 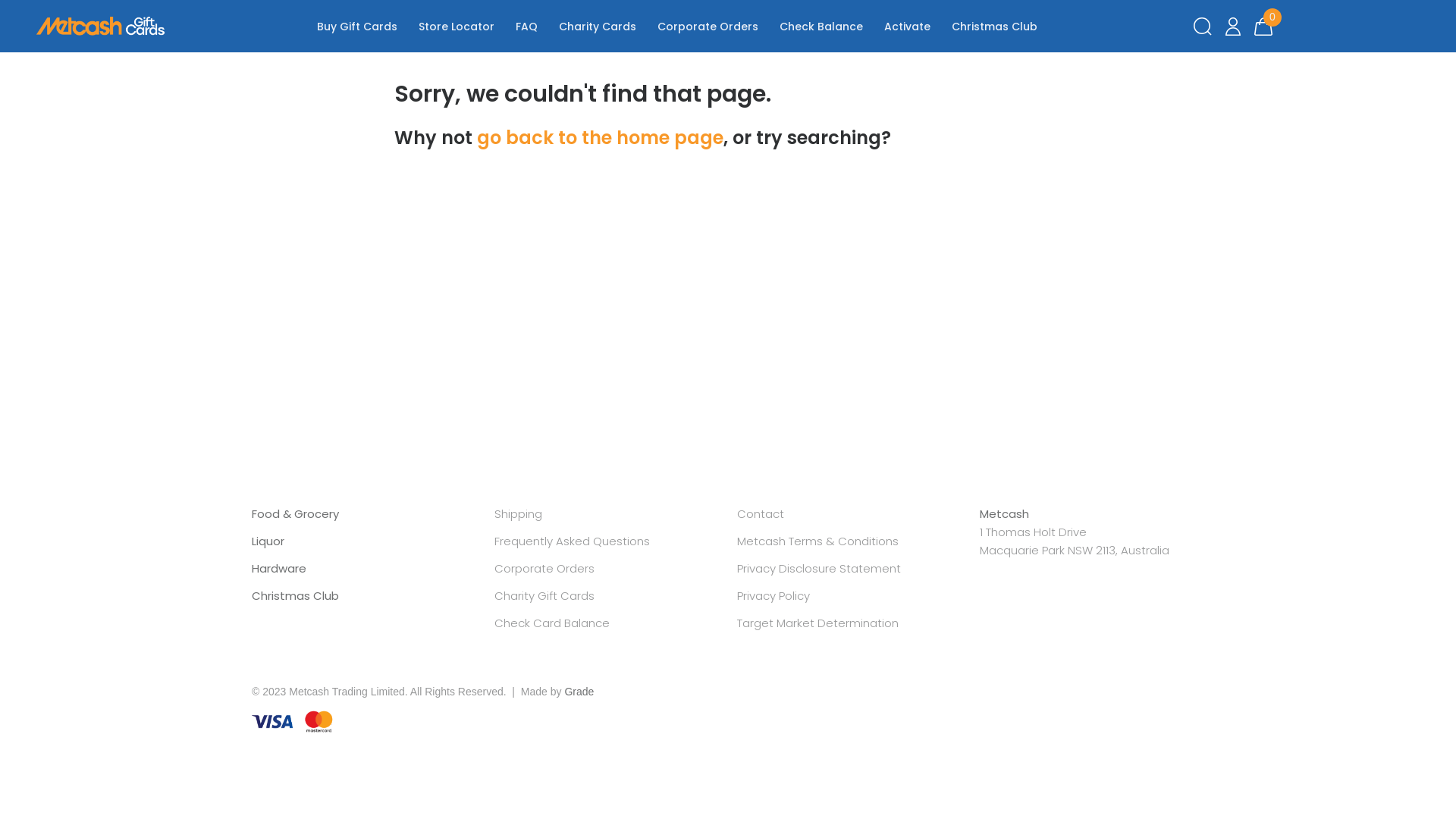 I want to click on 'Charity Gift Cards', so click(x=544, y=595).